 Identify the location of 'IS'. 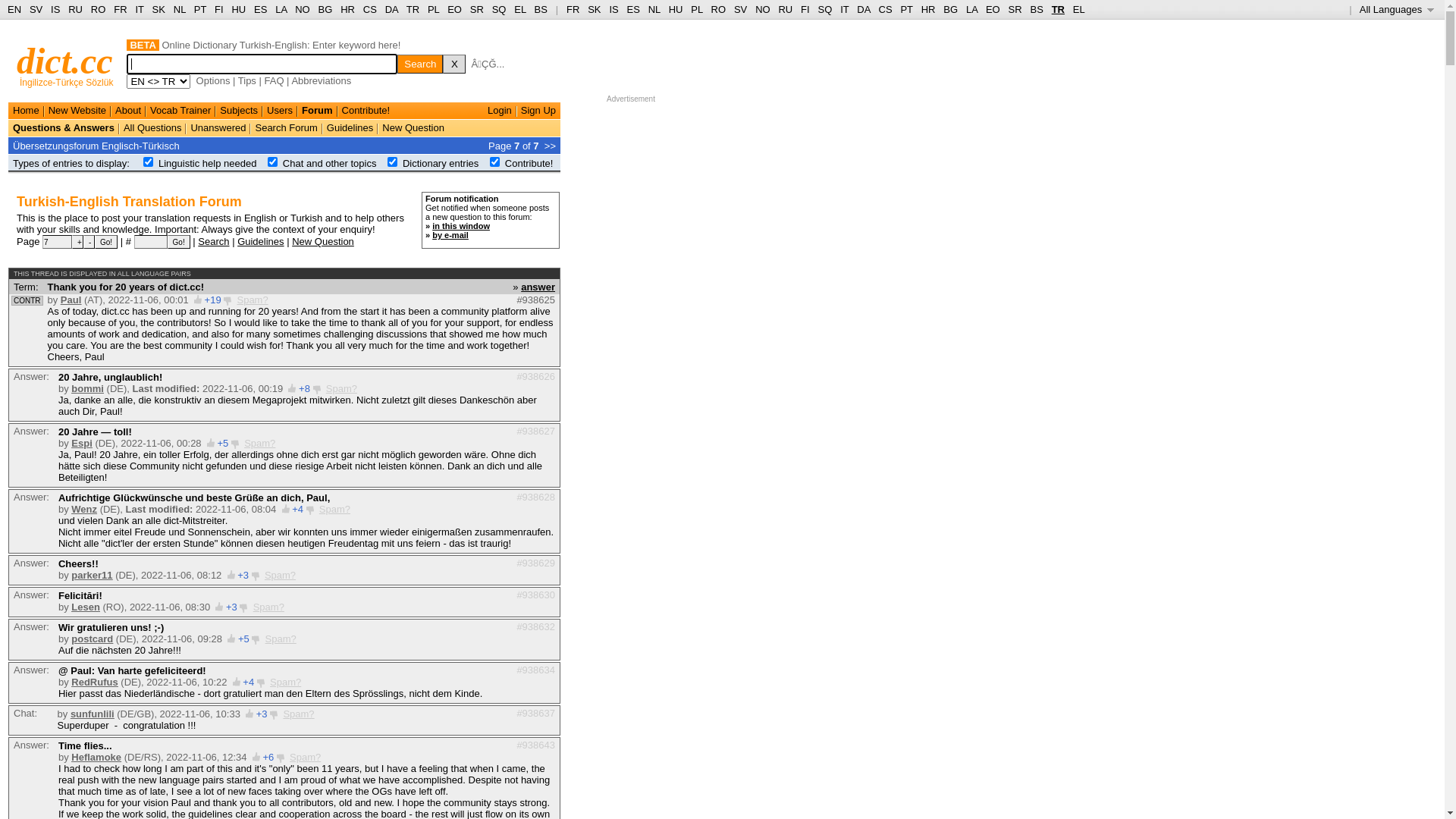
(608, 9).